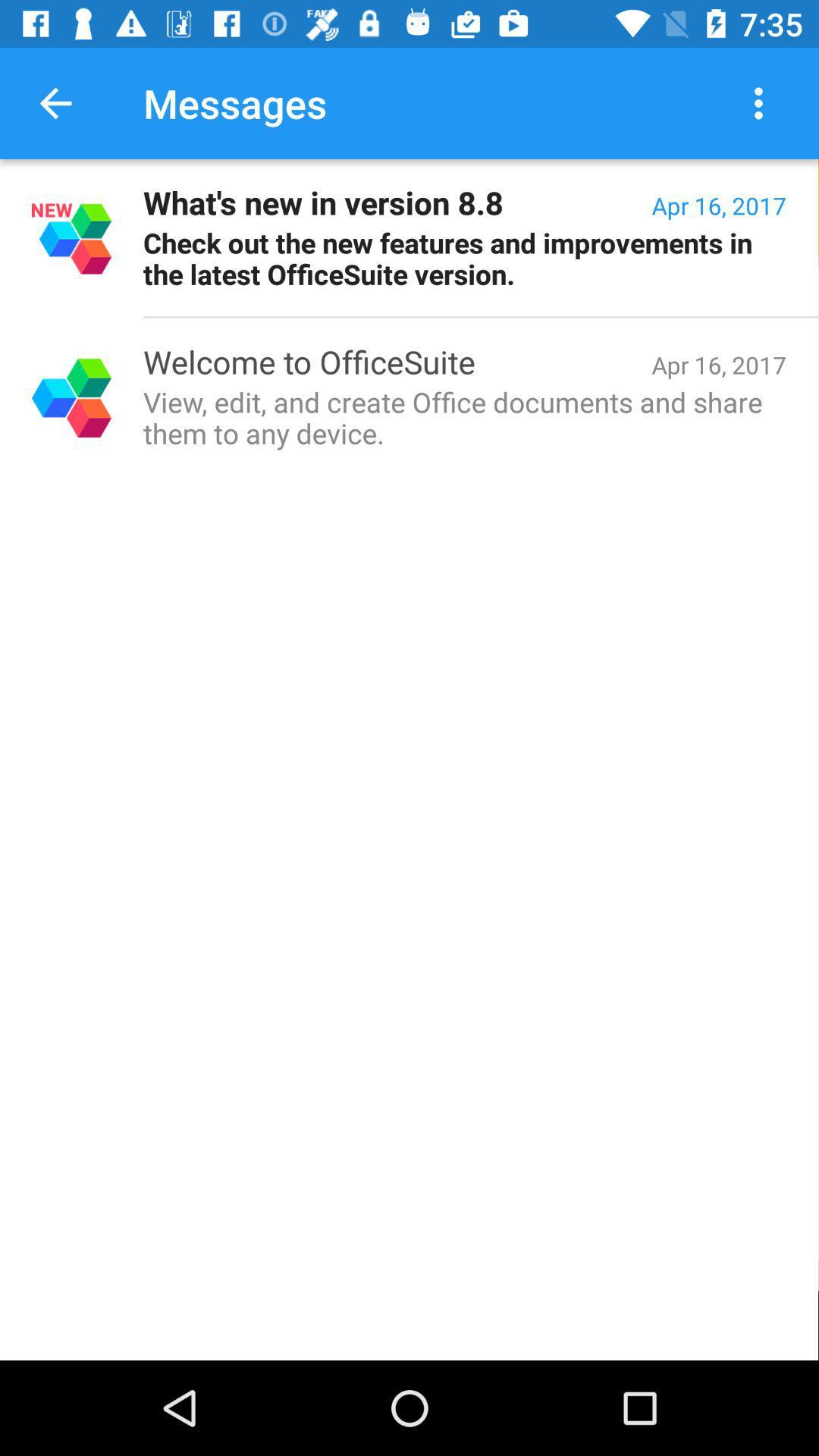 The height and width of the screenshot is (1456, 819). Describe the element at coordinates (762, 102) in the screenshot. I see `the item to the right of the messages app` at that location.